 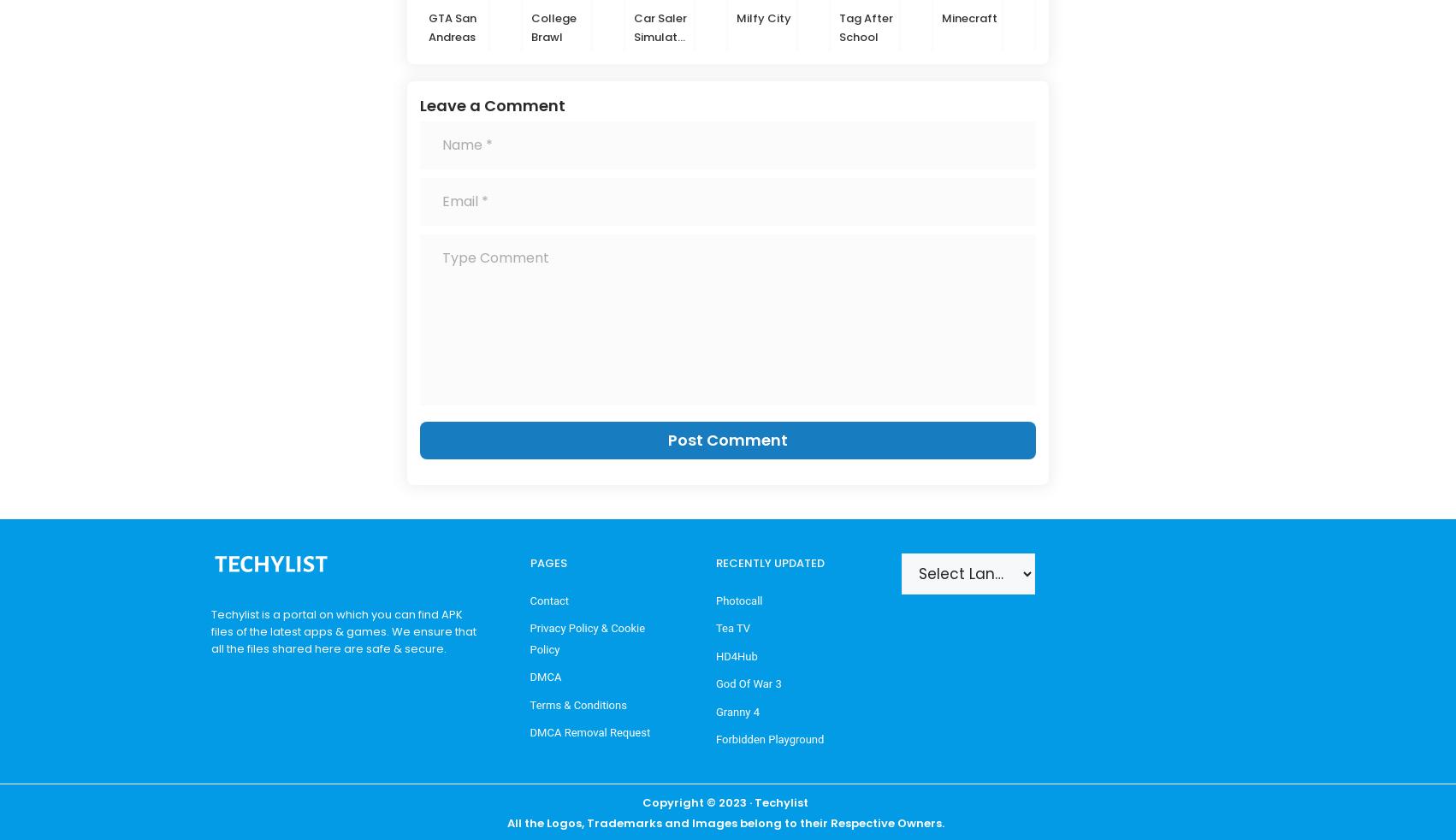 I want to click on 'Tekken 3', so click(x=1351, y=16).